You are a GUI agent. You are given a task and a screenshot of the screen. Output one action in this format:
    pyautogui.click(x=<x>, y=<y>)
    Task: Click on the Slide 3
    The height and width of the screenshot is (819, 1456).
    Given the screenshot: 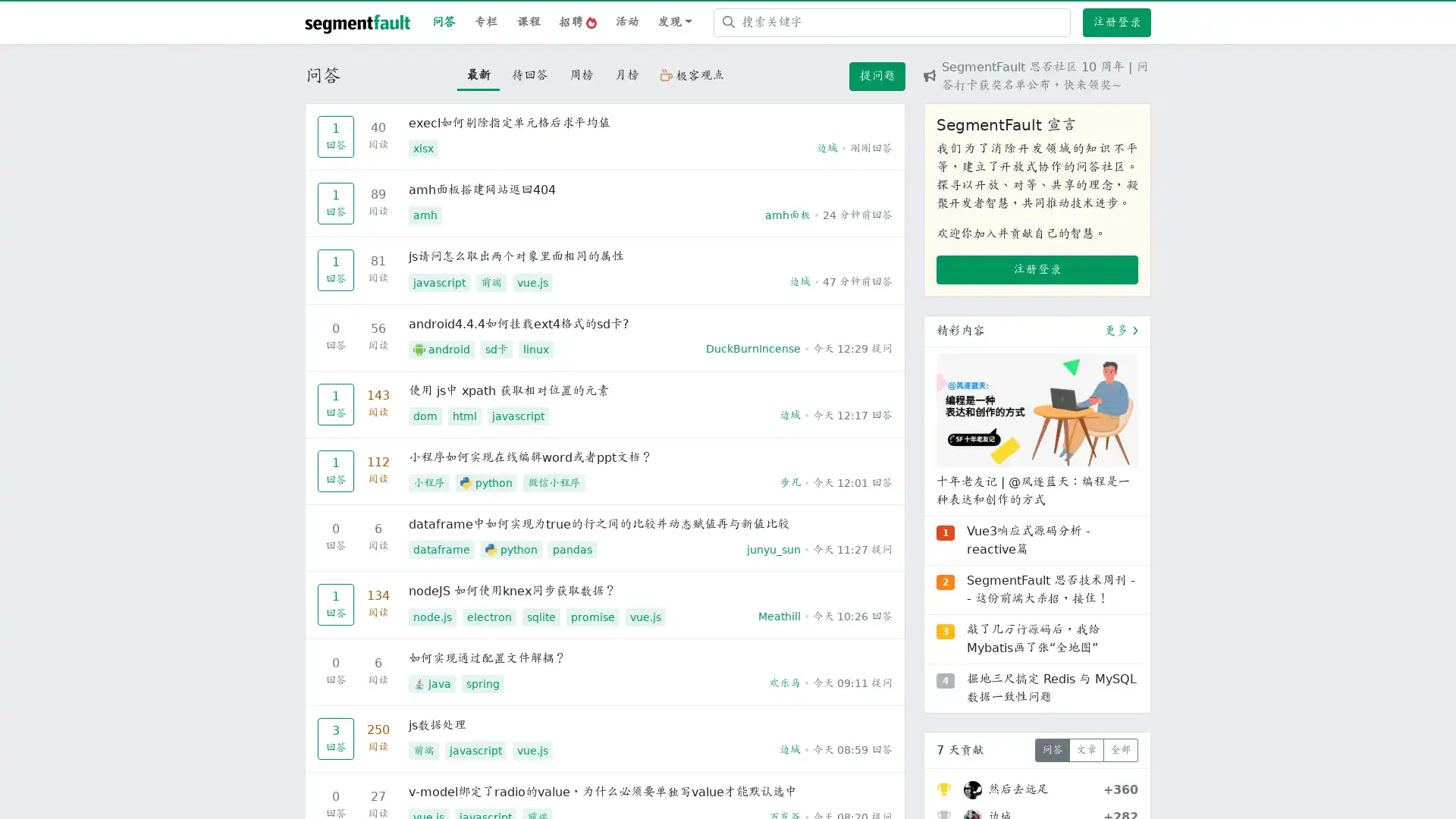 What is the action you would take?
    pyautogui.click(x=1063, y=626)
    